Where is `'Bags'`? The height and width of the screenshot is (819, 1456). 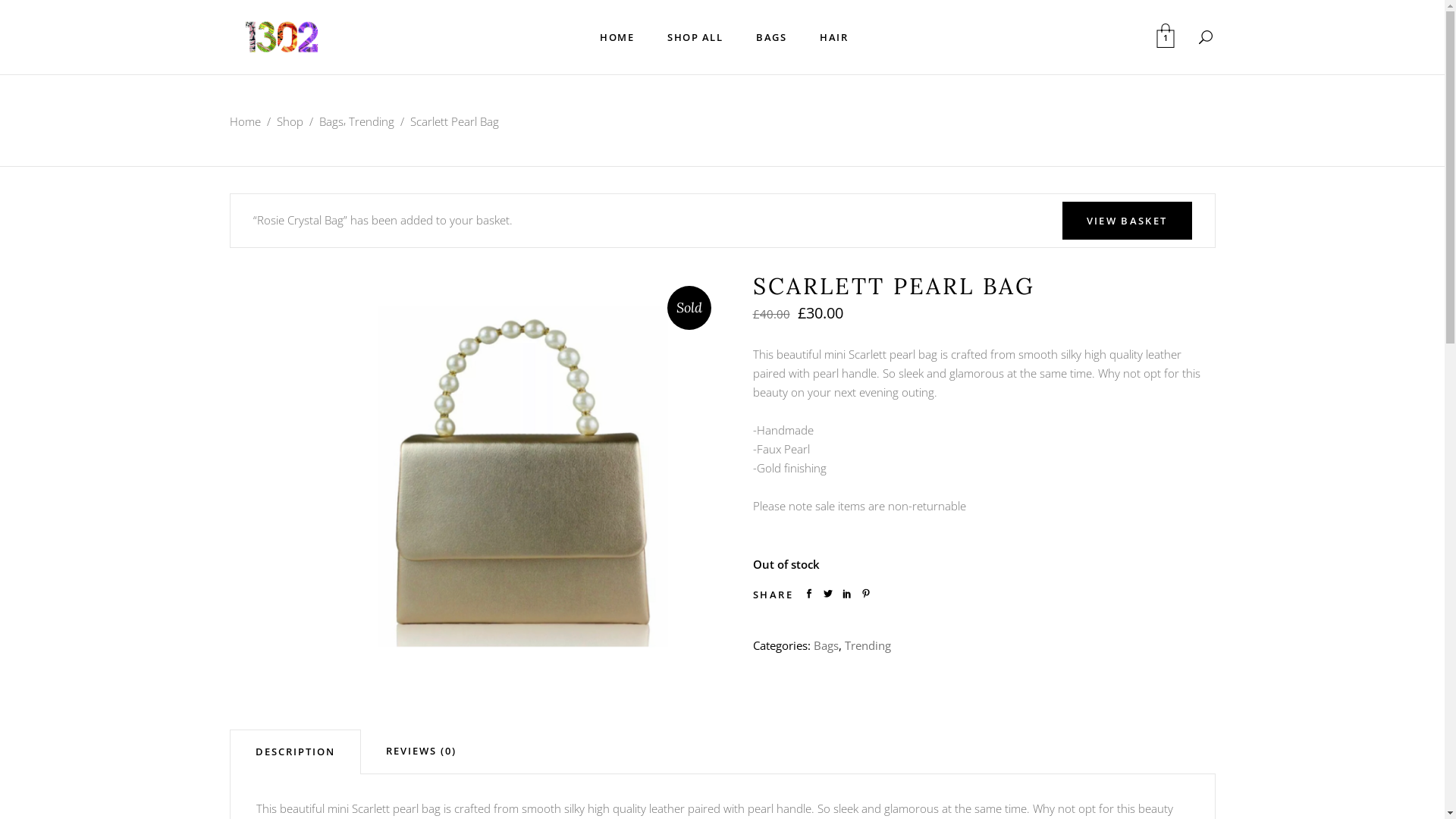
'Bags' is located at coordinates (824, 645).